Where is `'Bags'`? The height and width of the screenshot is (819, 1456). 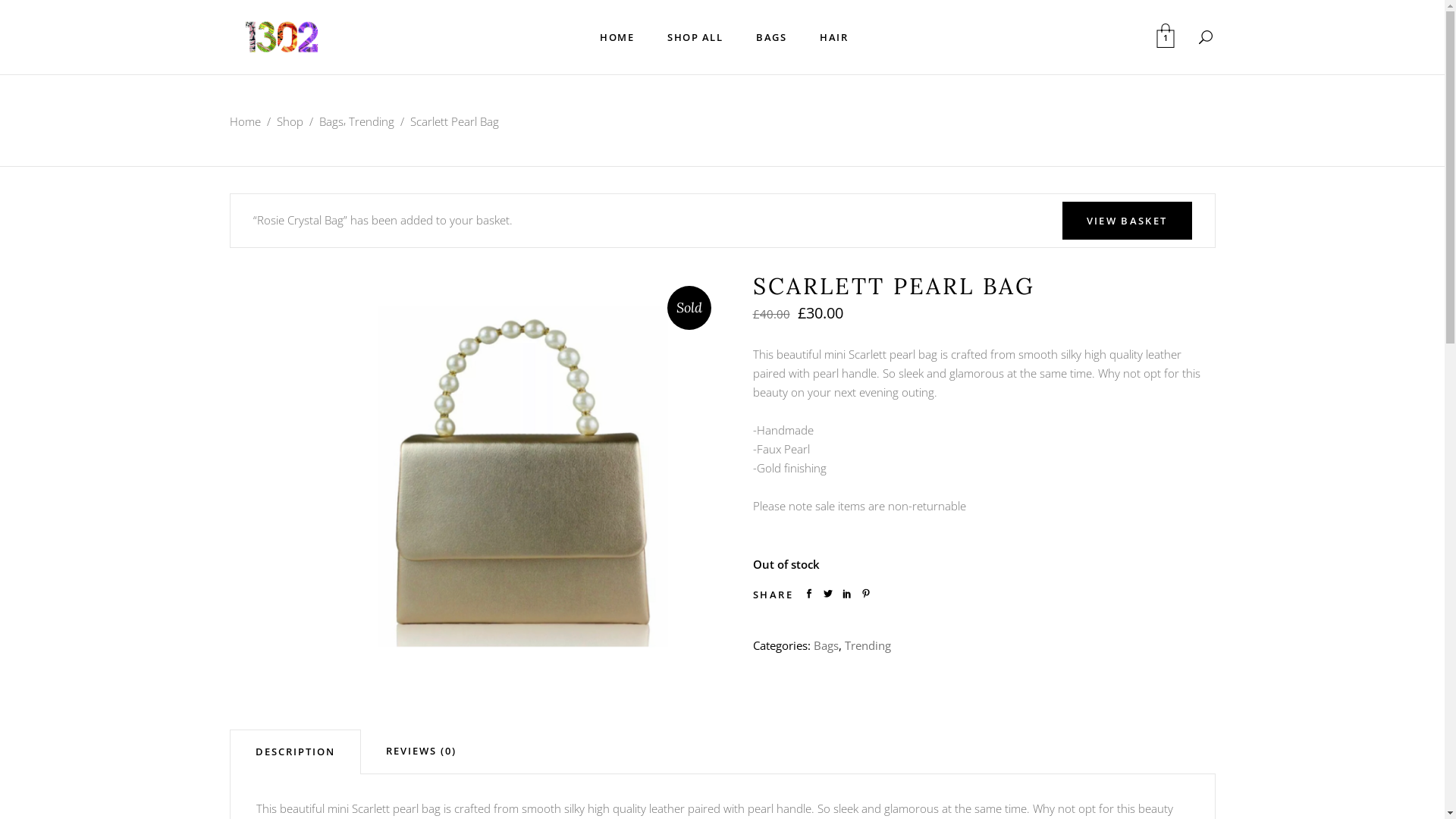
'Bags' is located at coordinates (824, 645).